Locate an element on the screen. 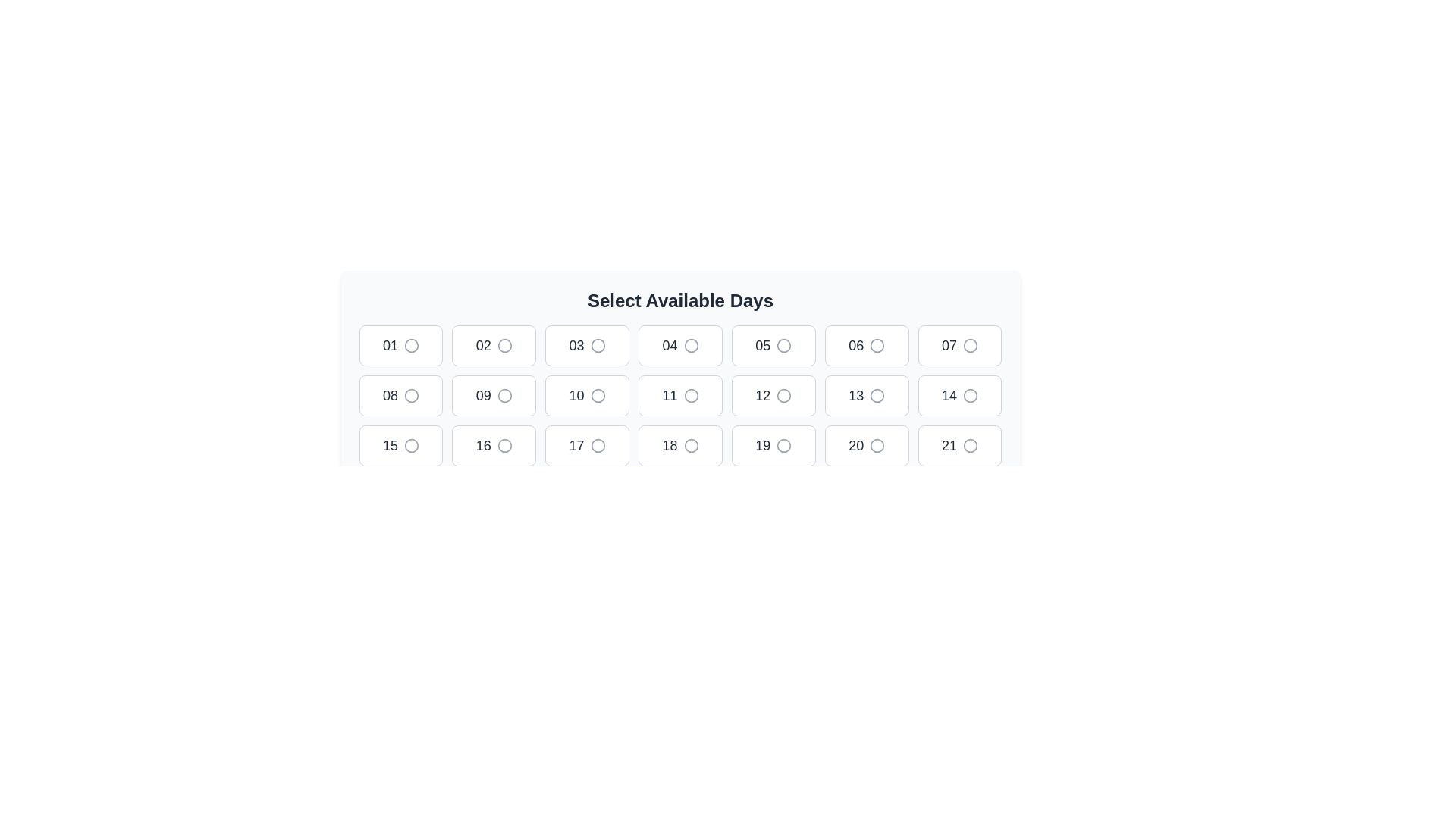  the button displaying the number '17' in the grid layout under the heading 'Select Available Days' is located at coordinates (586, 444).